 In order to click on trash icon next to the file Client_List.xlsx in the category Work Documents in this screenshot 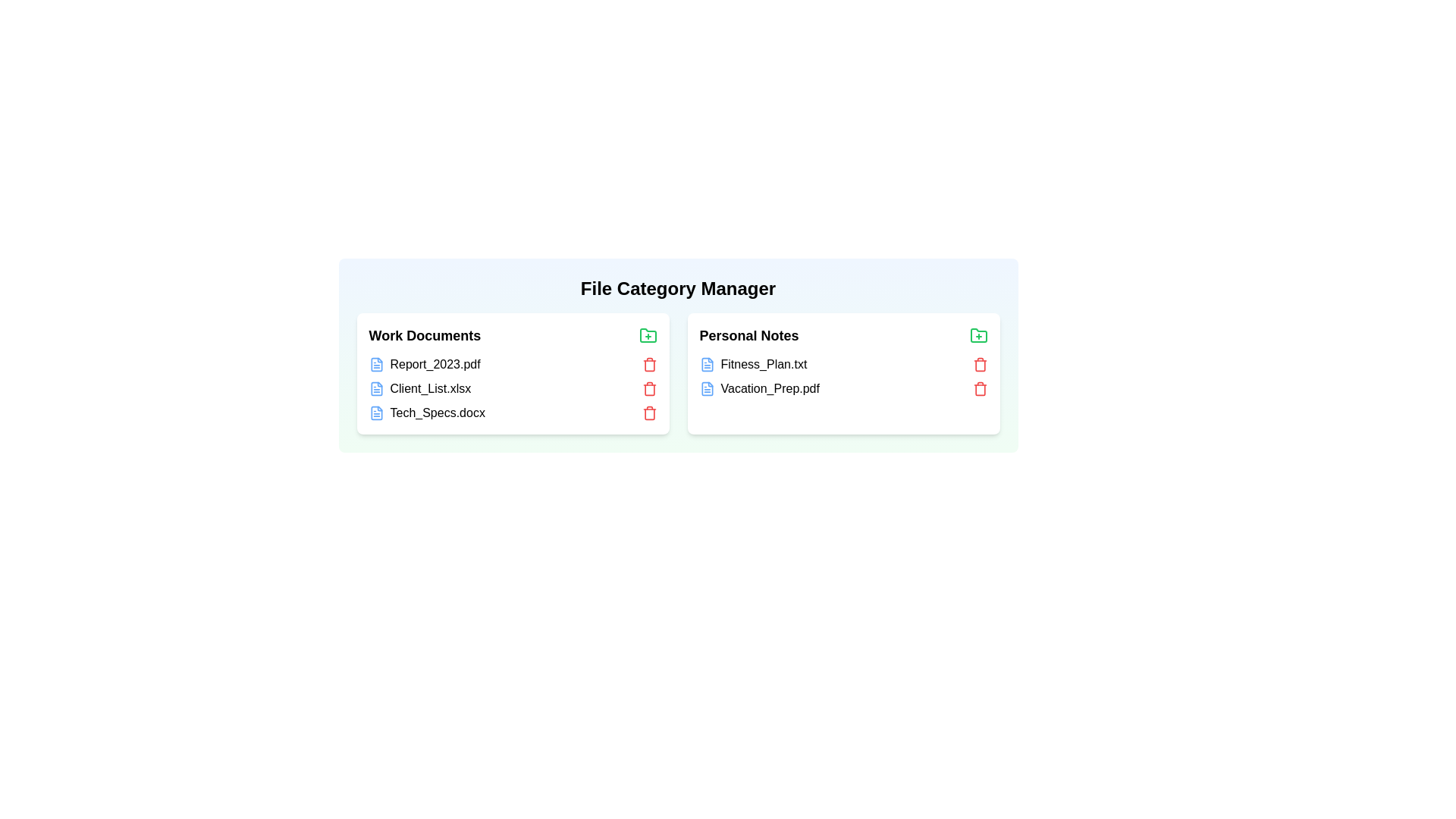, I will do `click(649, 388)`.